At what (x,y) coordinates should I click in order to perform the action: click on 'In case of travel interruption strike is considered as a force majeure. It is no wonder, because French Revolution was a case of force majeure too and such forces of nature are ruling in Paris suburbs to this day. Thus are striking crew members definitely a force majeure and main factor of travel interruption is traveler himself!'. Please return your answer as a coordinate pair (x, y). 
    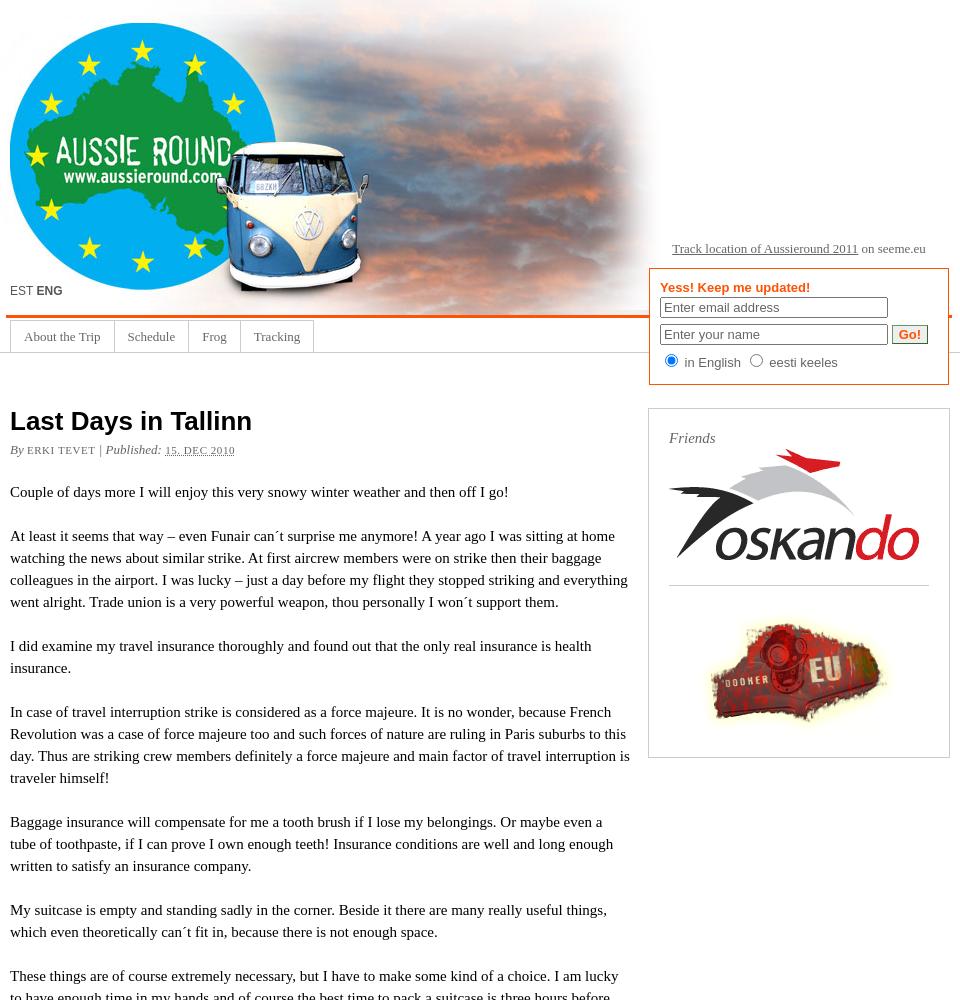
    Looking at the image, I should click on (319, 744).